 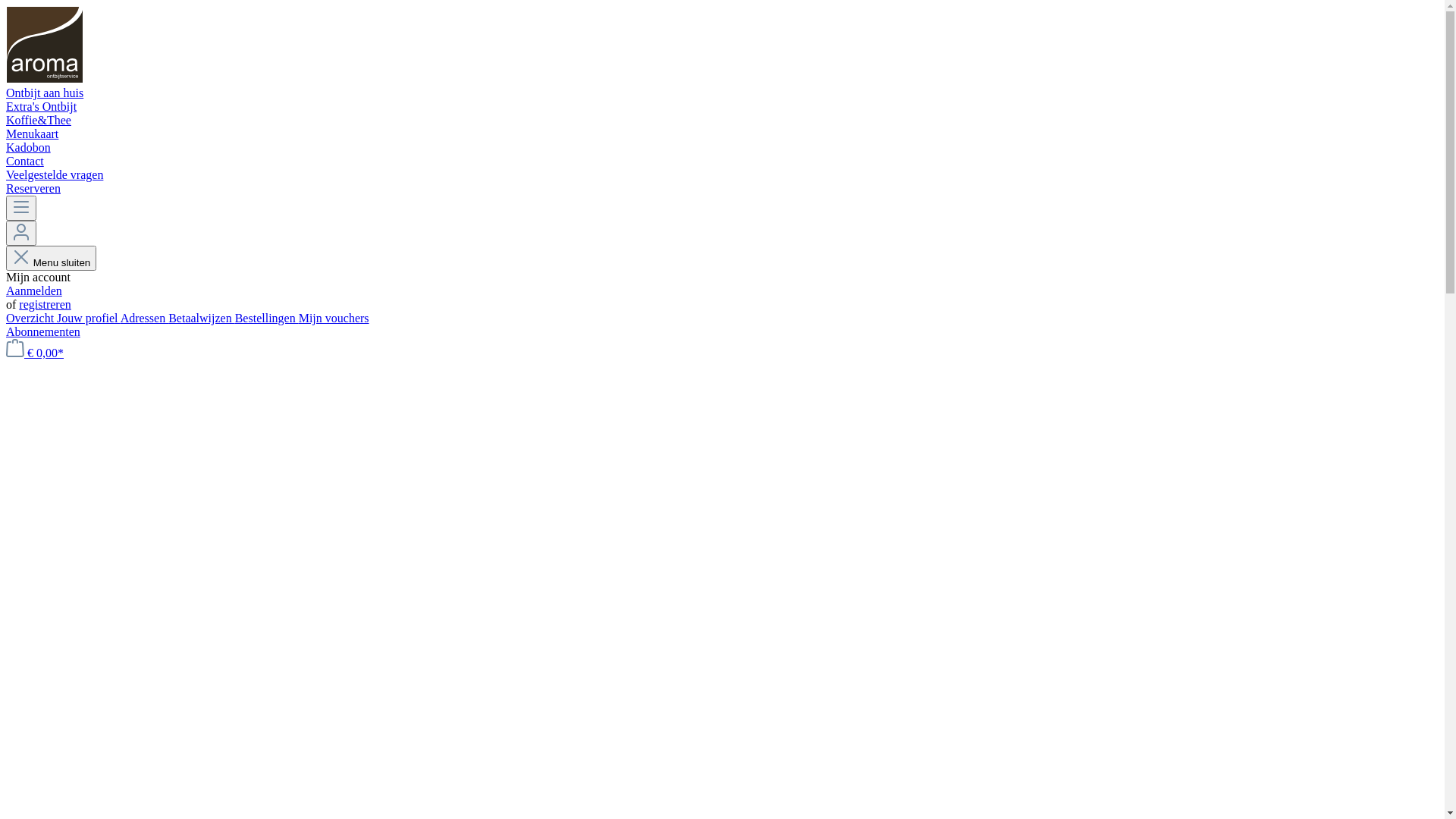 What do you see at coordinates (44, 304) in the screenshot?
I see `'registreren'` at bounding box center [44, 304].